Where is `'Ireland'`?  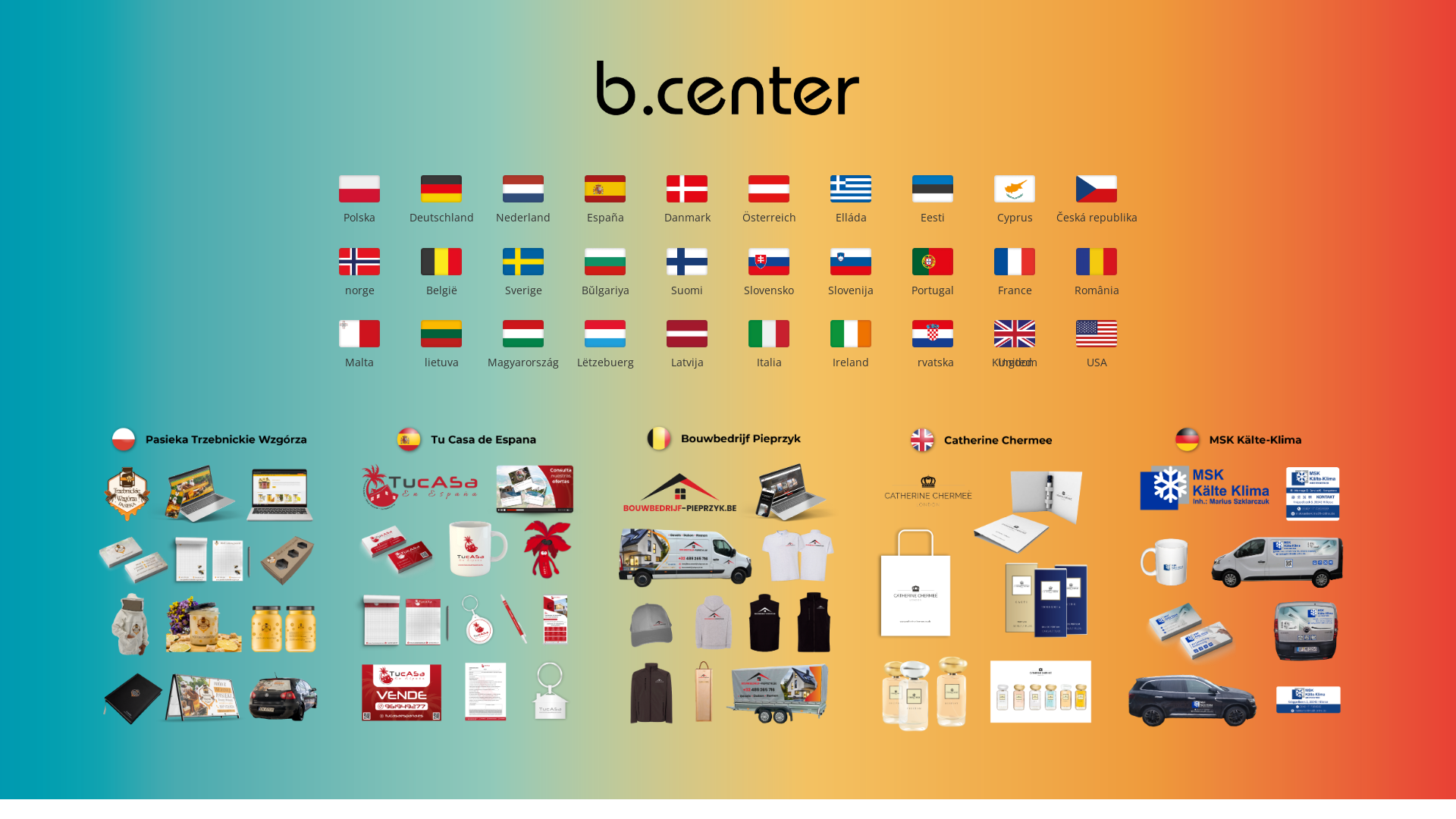 'Ireland' is located at coordinates (851, 362).